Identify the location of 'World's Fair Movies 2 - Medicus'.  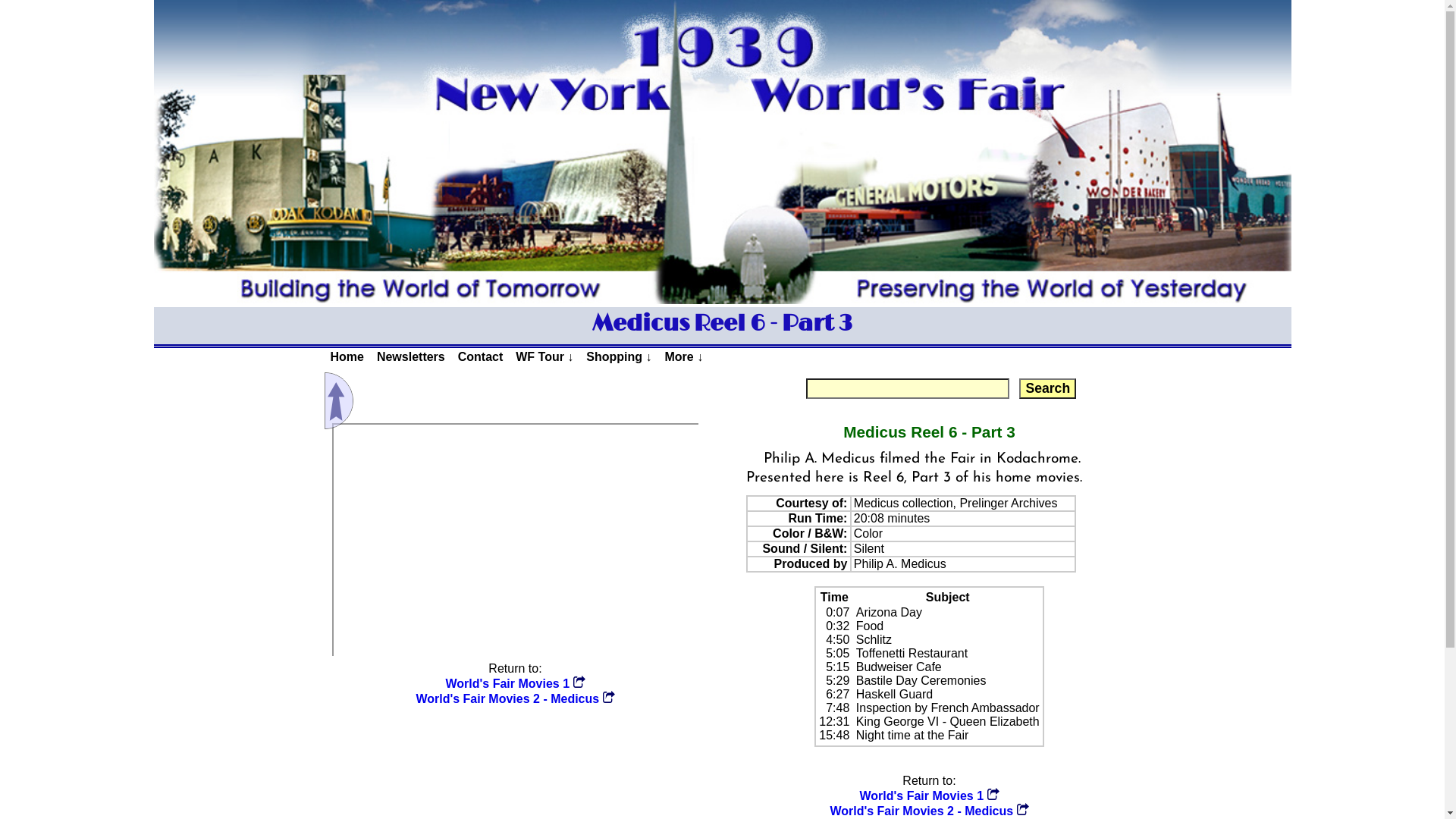
(514, 698).